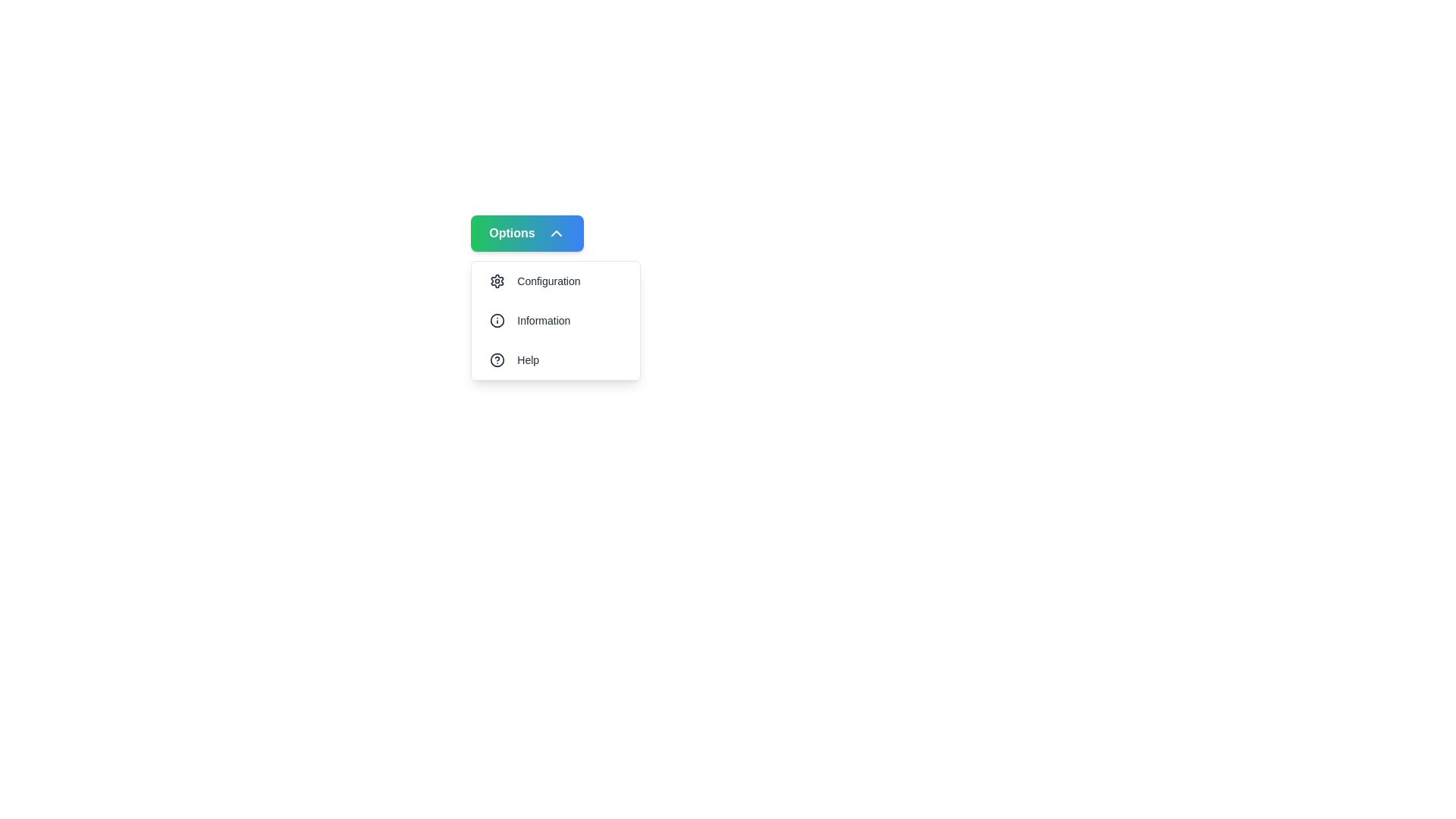 The height and width of the screenshot is (819, 1456). Describe the element at coordinates (555, 281) in the screenshot. I see `the 'Configuration' button, which is the first element in the dropdown list under the 'Options' menu, featuring a gear icon on its left` at that location.